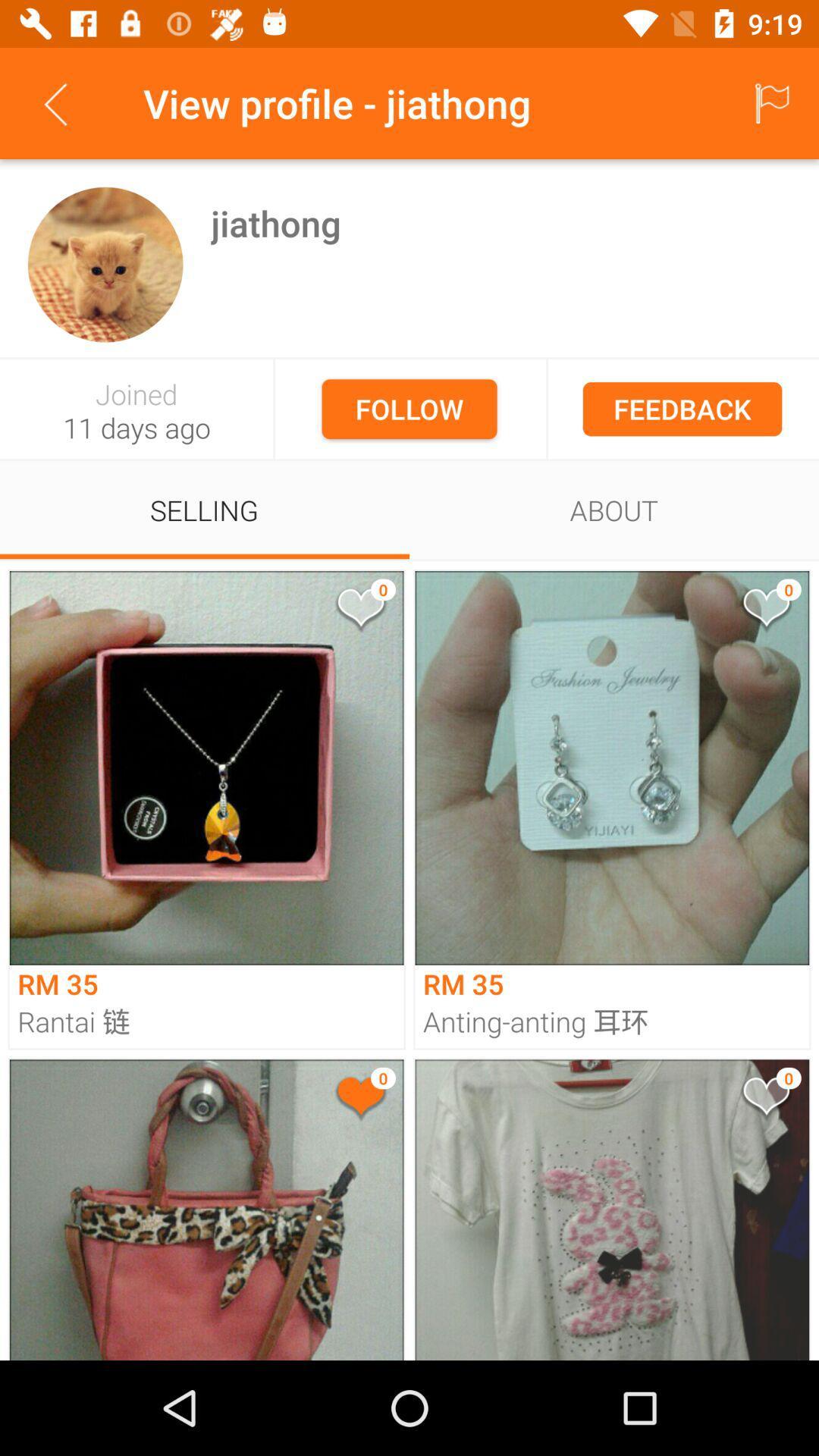 The image size is (819, 1456). I want to click on profile picture, so click(105, 265).